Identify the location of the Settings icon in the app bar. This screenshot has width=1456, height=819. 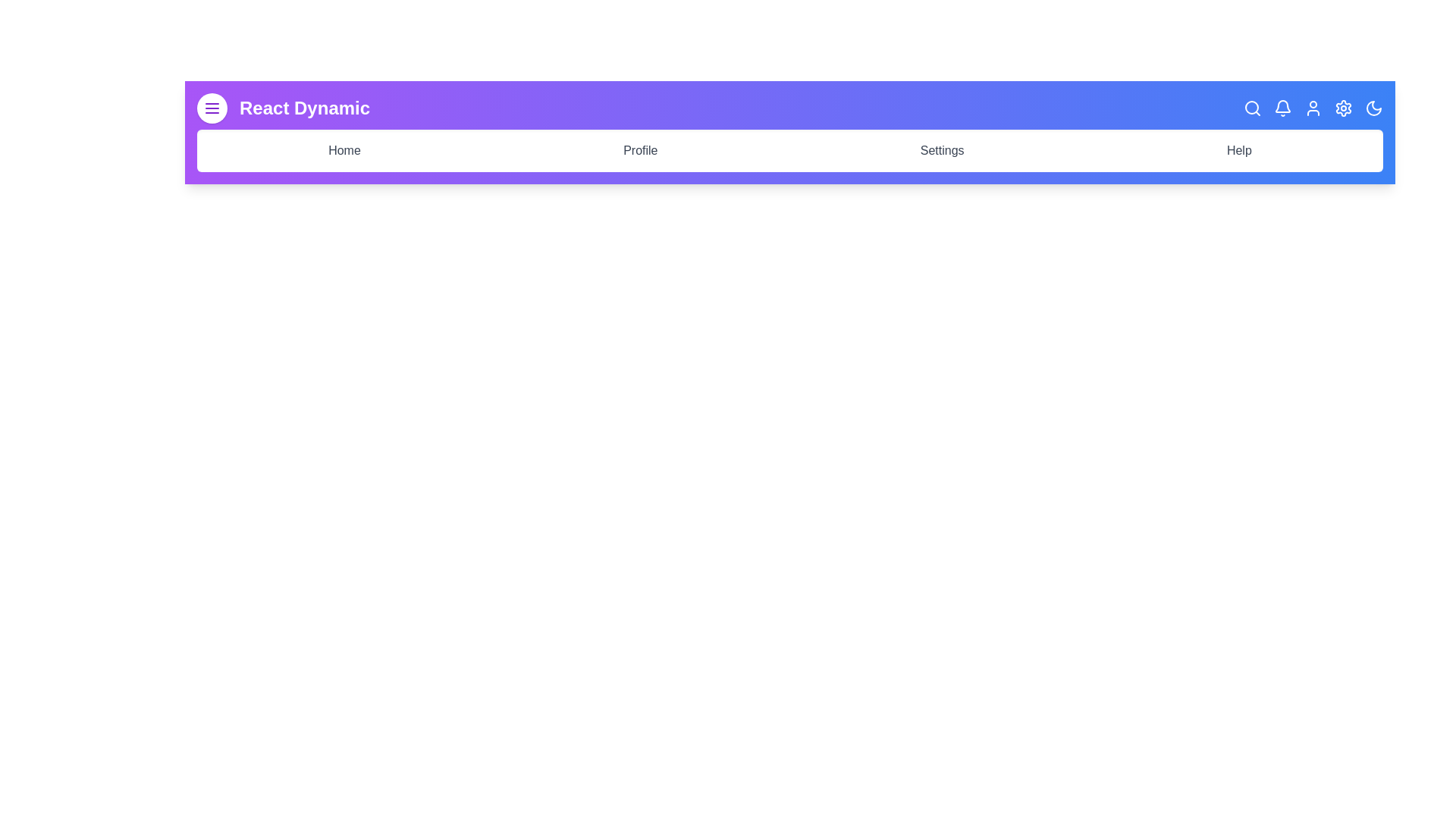
(1343, 107).